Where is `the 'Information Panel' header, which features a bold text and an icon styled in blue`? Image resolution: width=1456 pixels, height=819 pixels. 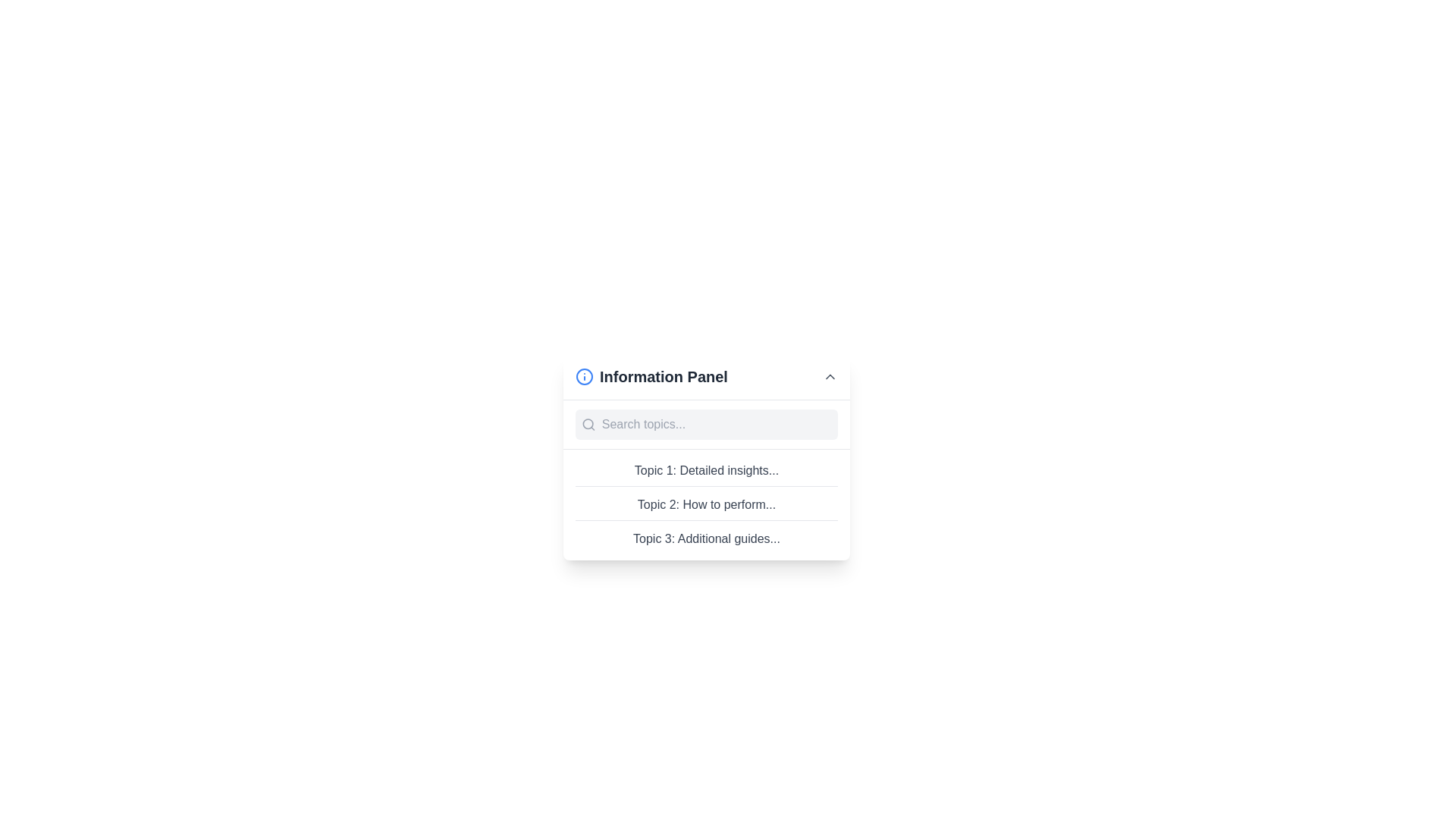
the 'Information Panel' header, which features a bold text and an icon styled in blue is located at coordinates (651, 376).